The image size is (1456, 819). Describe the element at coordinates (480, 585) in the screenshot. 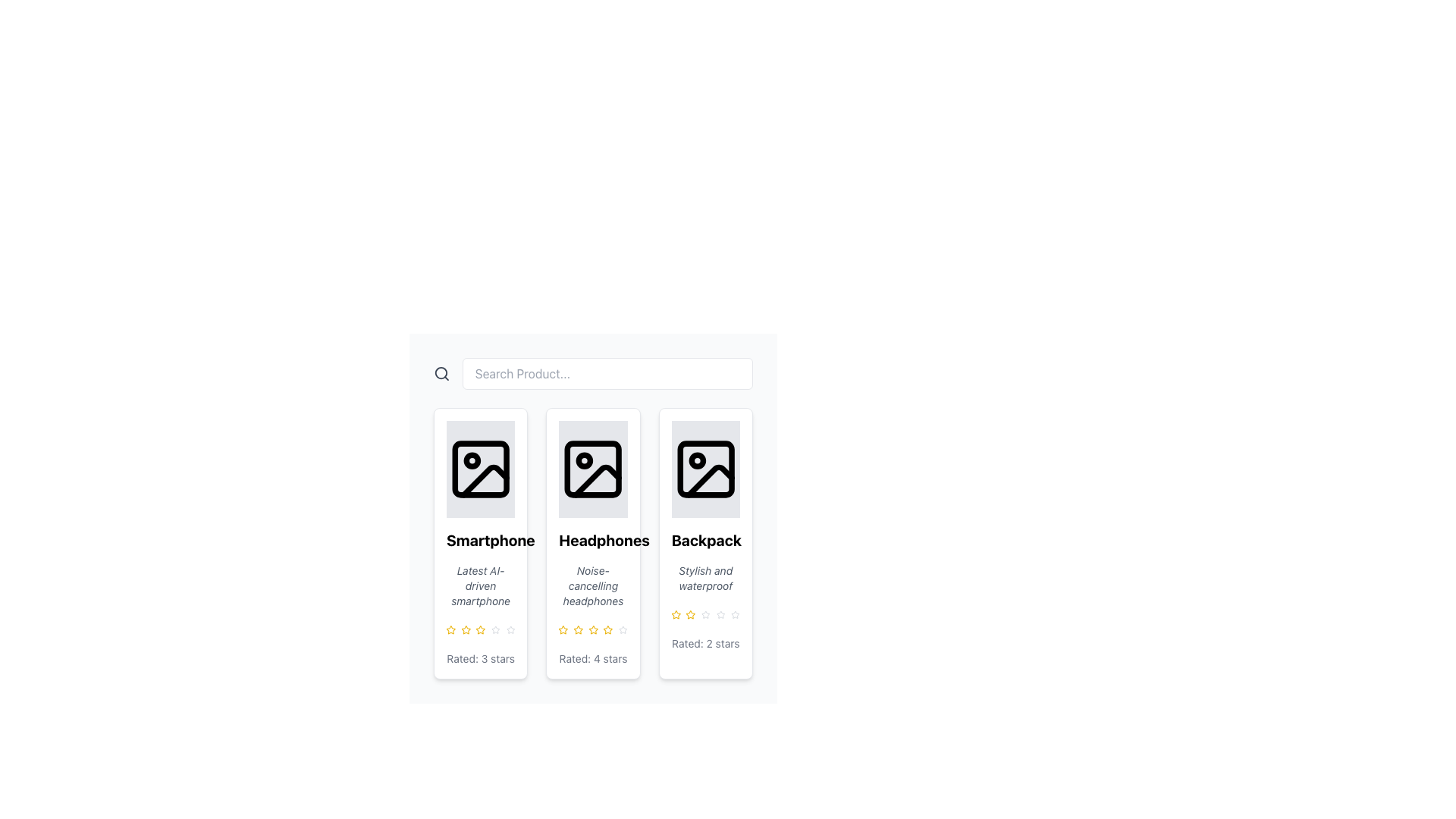

I see `the gray italic text label that says 'Latest AI-driven smartphone', which is centrally located beneath the title 'Smartphone' and above the rating stars` at that location.